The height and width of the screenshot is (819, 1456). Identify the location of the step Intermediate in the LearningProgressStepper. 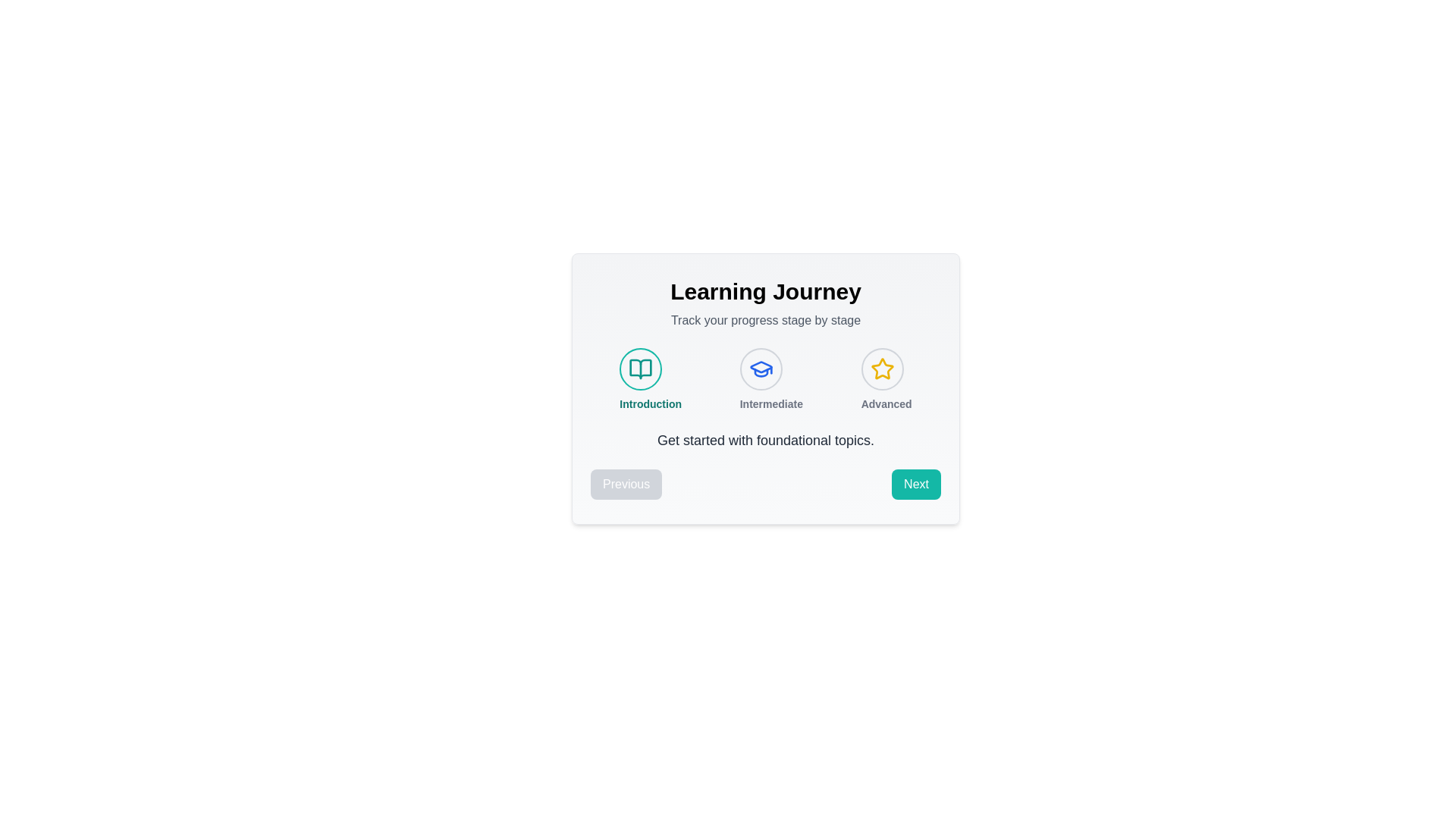
(761, 369).